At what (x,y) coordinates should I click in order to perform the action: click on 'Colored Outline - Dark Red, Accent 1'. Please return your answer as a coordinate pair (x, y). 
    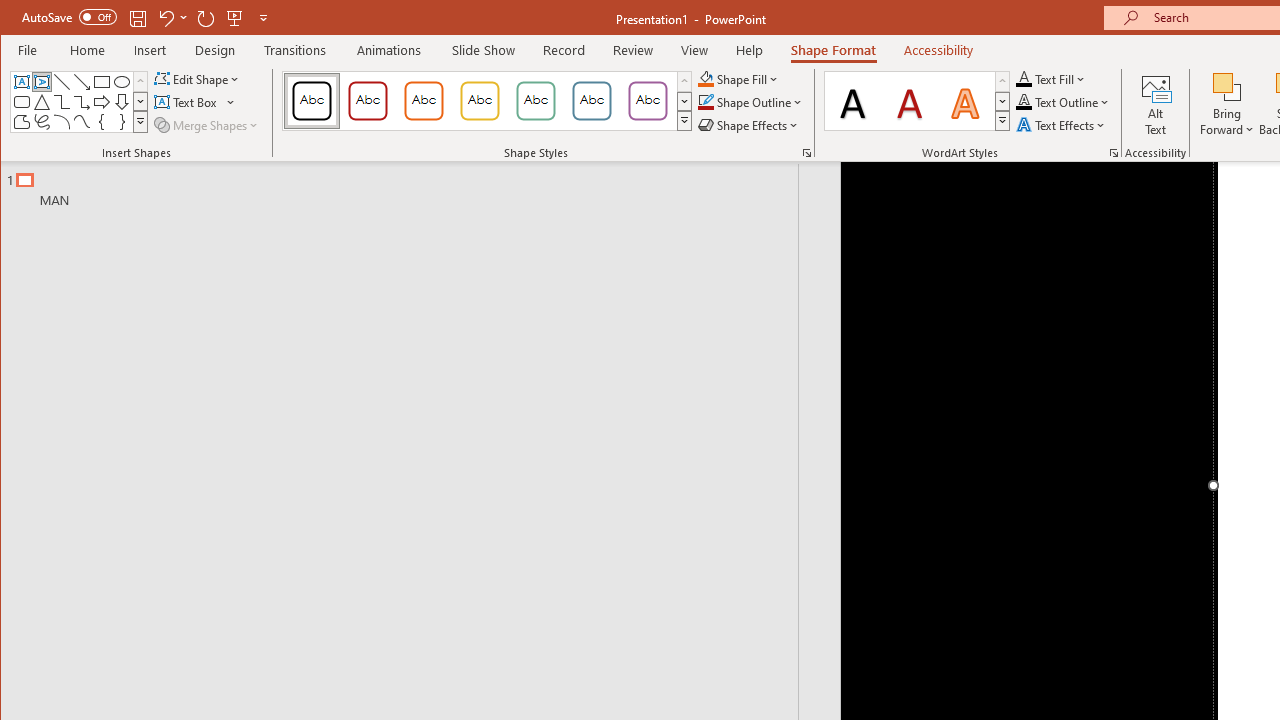
    Looking at the image, I should click on (368, 100).